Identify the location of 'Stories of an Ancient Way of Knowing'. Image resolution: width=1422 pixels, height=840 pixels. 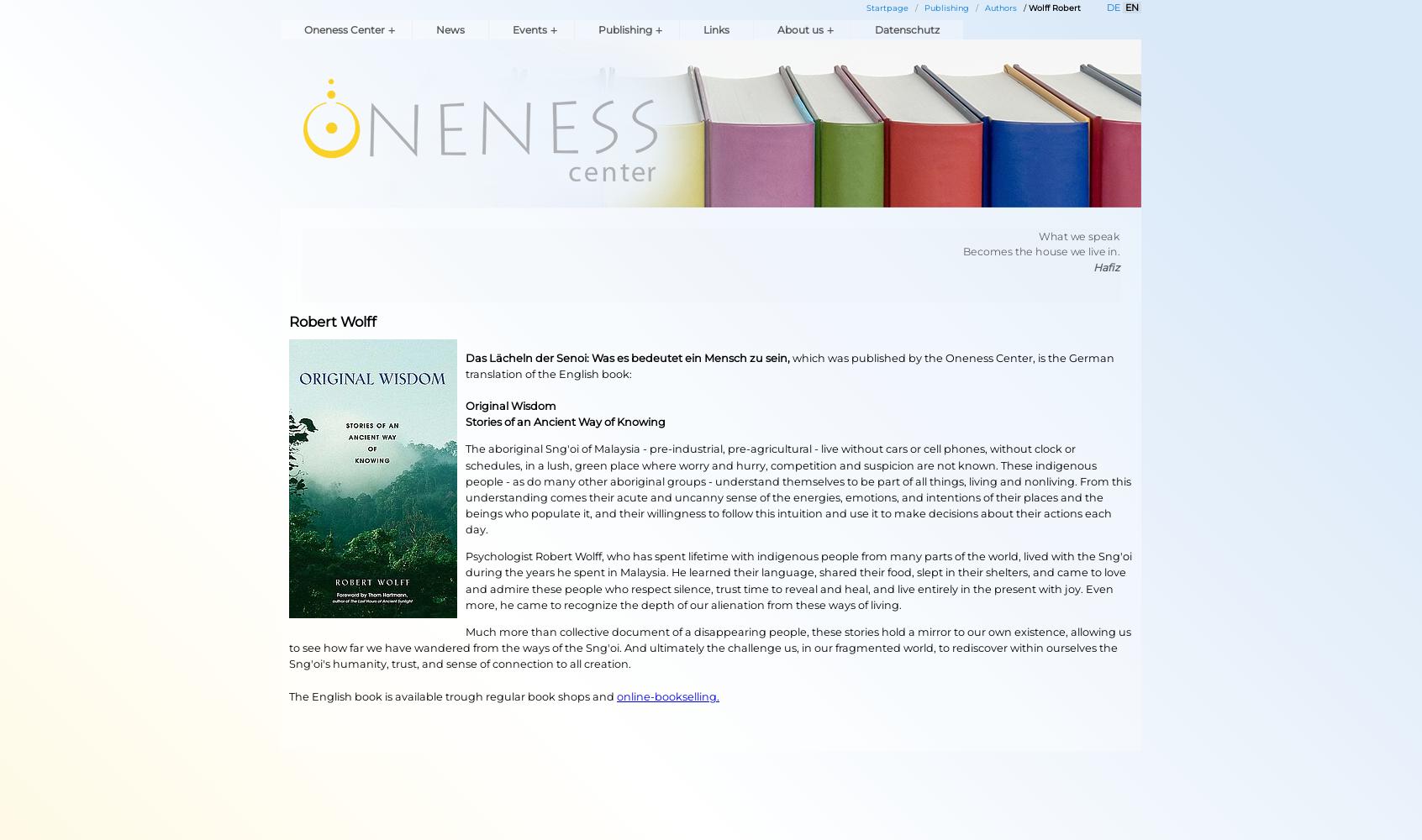
(566, 422).